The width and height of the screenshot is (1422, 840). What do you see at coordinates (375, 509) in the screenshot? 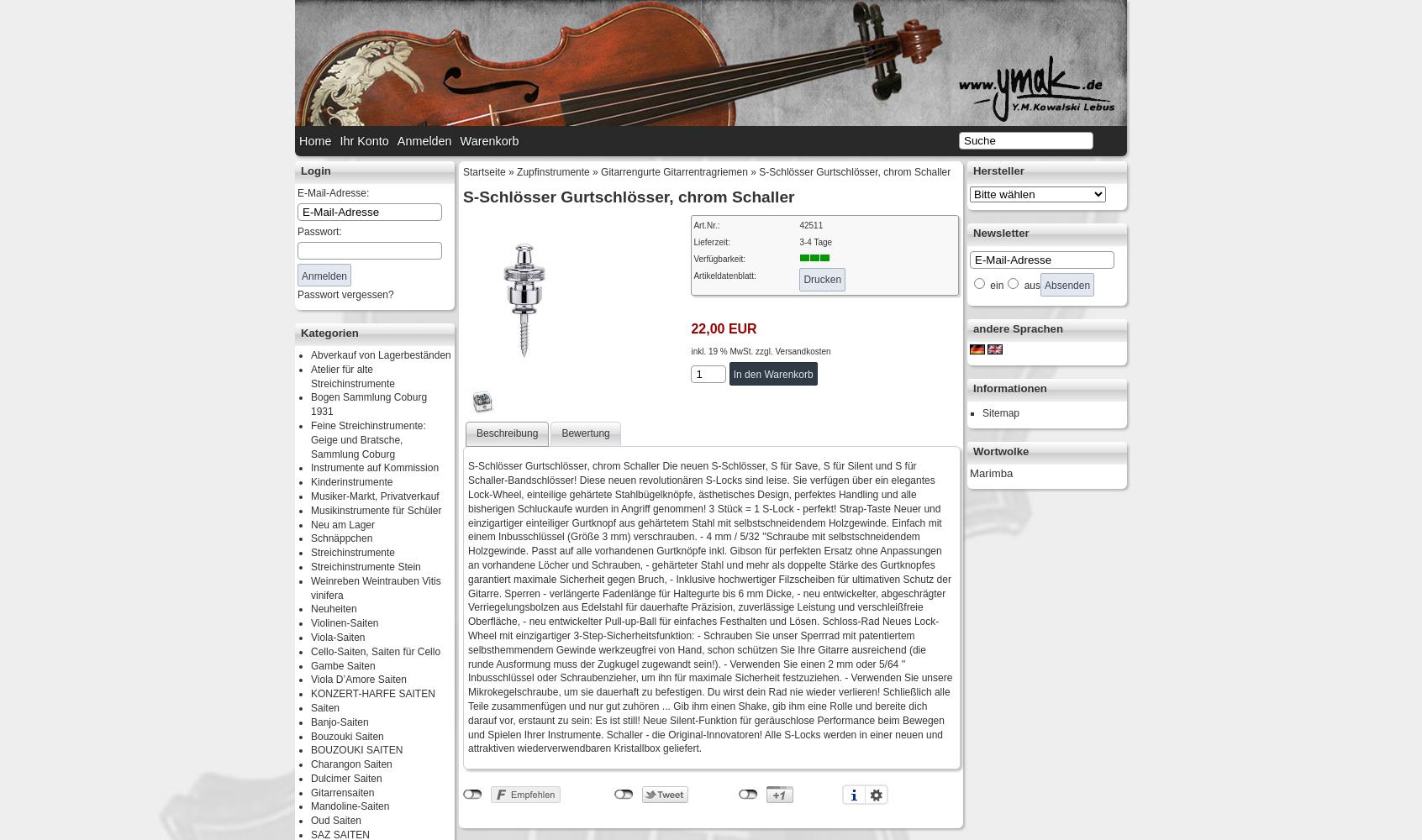
I see `'Musikinstrumente für Schüler'` at bounding box center [375, 509].